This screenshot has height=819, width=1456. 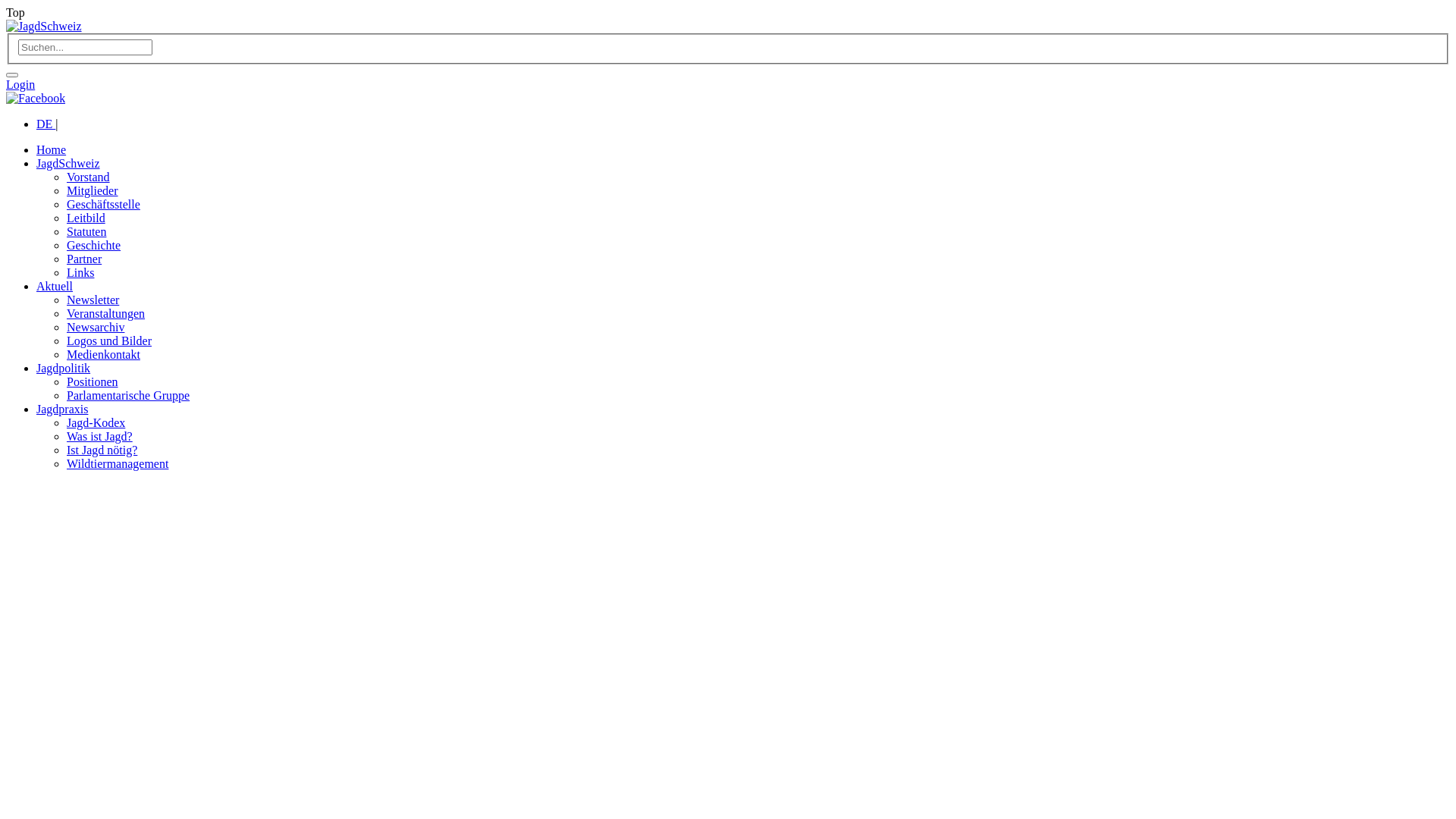 I want to click on 'Geschichte', so click(x=93, y=244).